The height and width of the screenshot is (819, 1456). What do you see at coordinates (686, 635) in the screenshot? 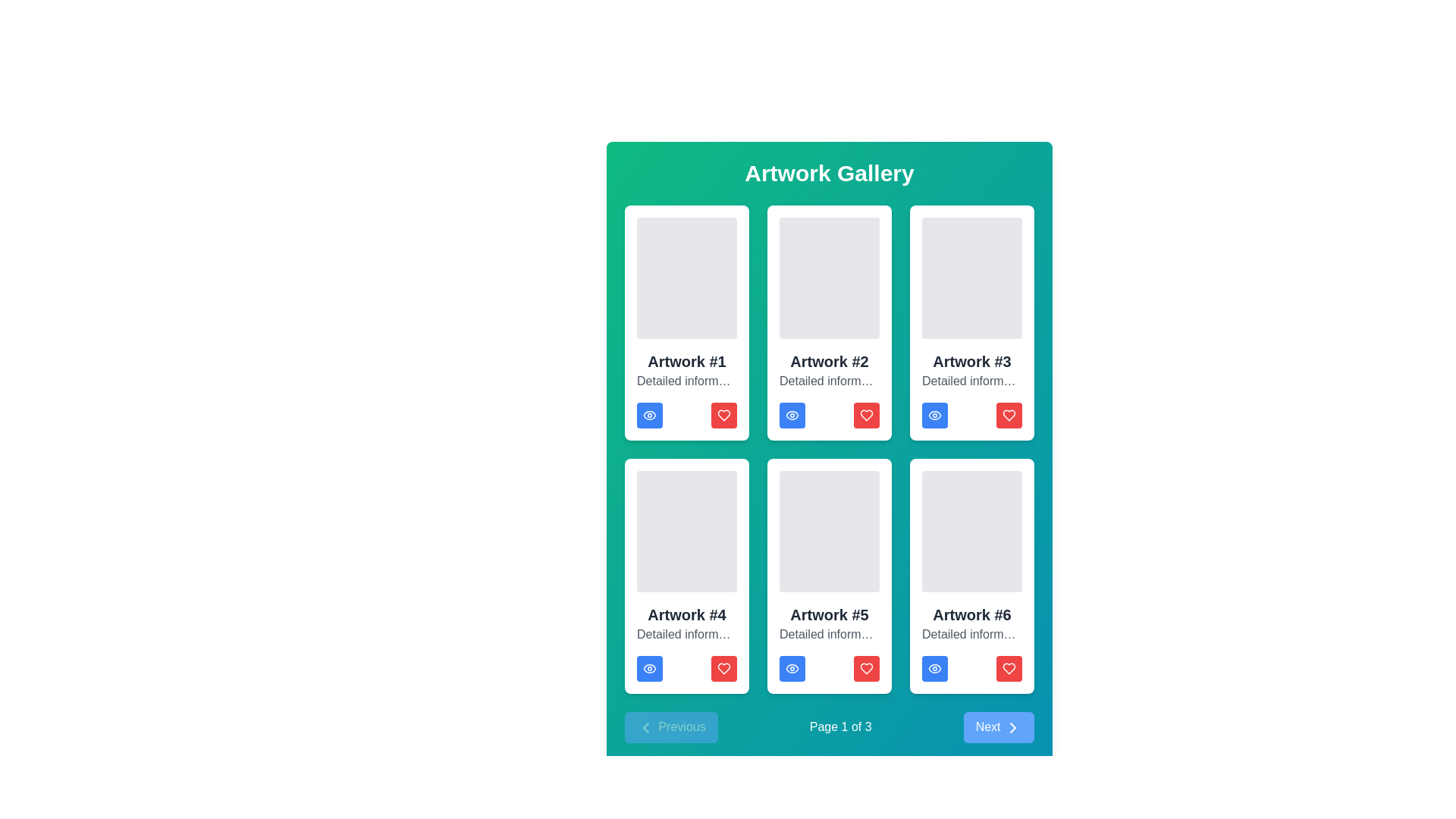
I see `the text block containing the phrase 'Detailed information about Artwork #4.' which is located in the bottom-left corner of the artwork cards, directly below the title 'Artwork #4'` at bounding box center [686, 635].